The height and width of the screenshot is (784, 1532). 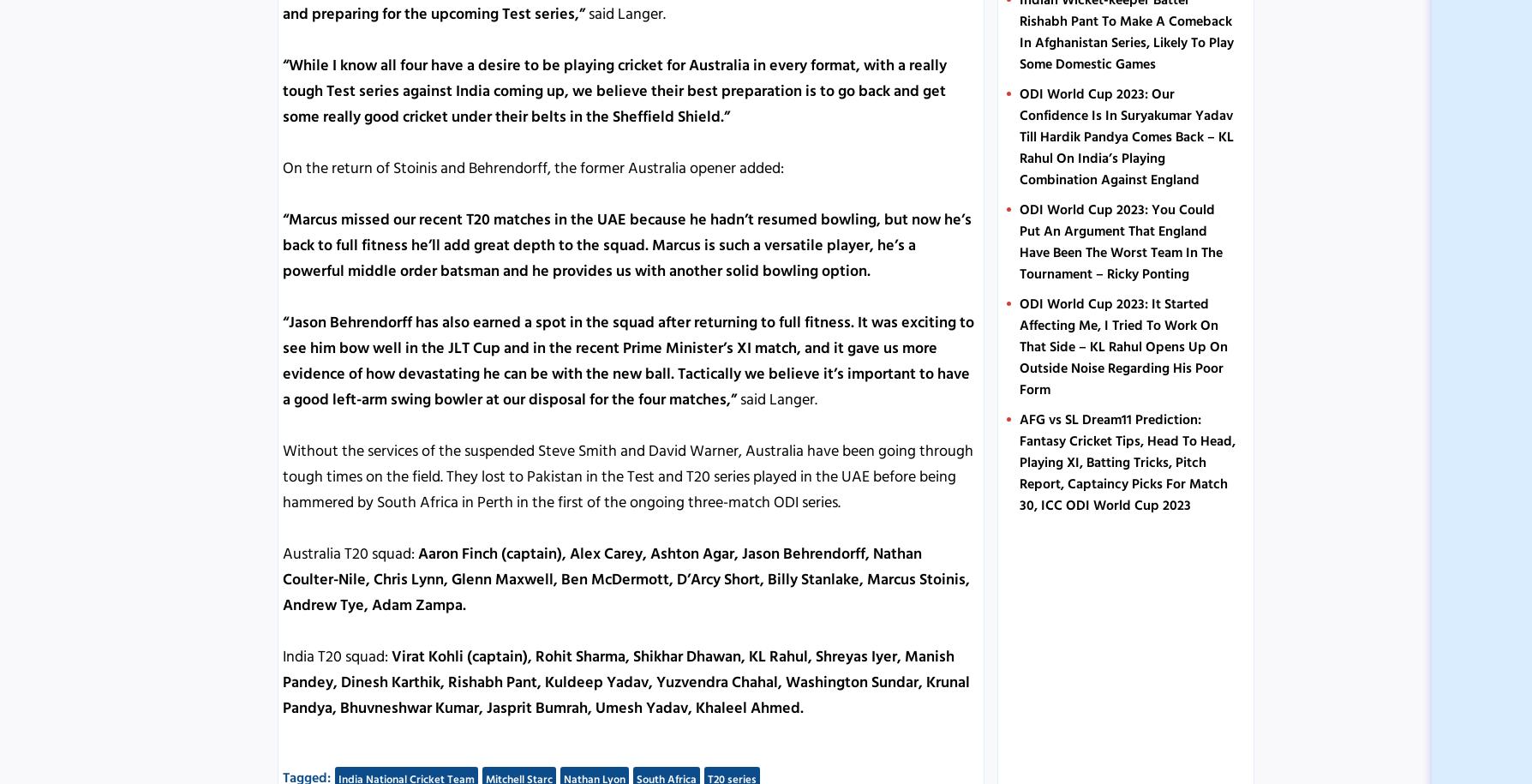 What do you see at coordinates (1126, 462) in the screenshot?
I see `'AFG vs SL Dream11 Prediction: Fantasy Cricket Tips, Head To Head, Playing XI, Batting Tricks, Pitch Report, Captaincy Picks For Match 30, ICC ODI World Cup 2023'` at bounding box center [1126, 462].